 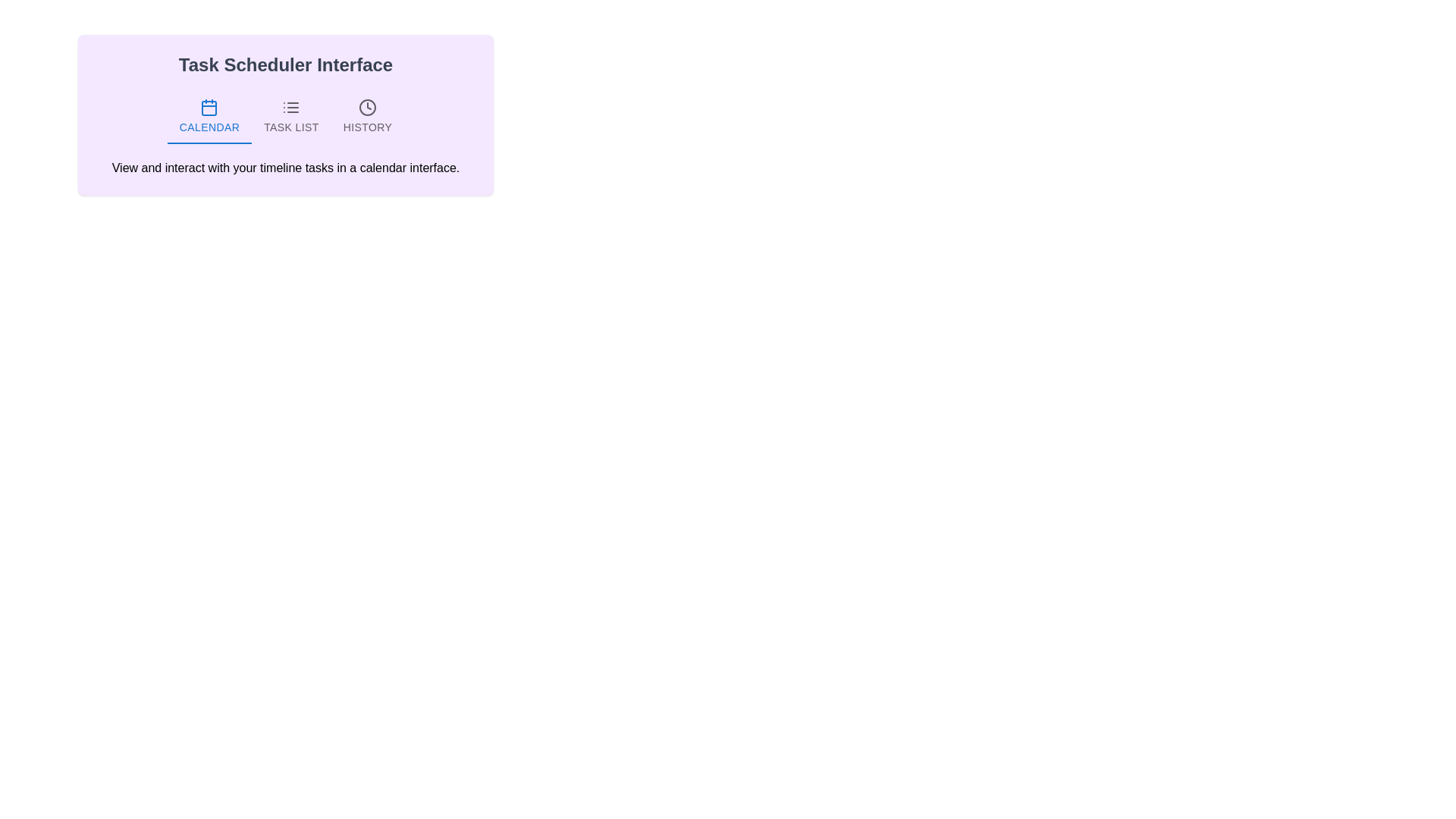 What do you see at coordinates (286, 116) in the screenshot?
I see `the Tab bar containing the 'Calendar', 'Task List', and 'History' tabs to trigger the tooltip or hover interaction` at bounding box center [286, 116].